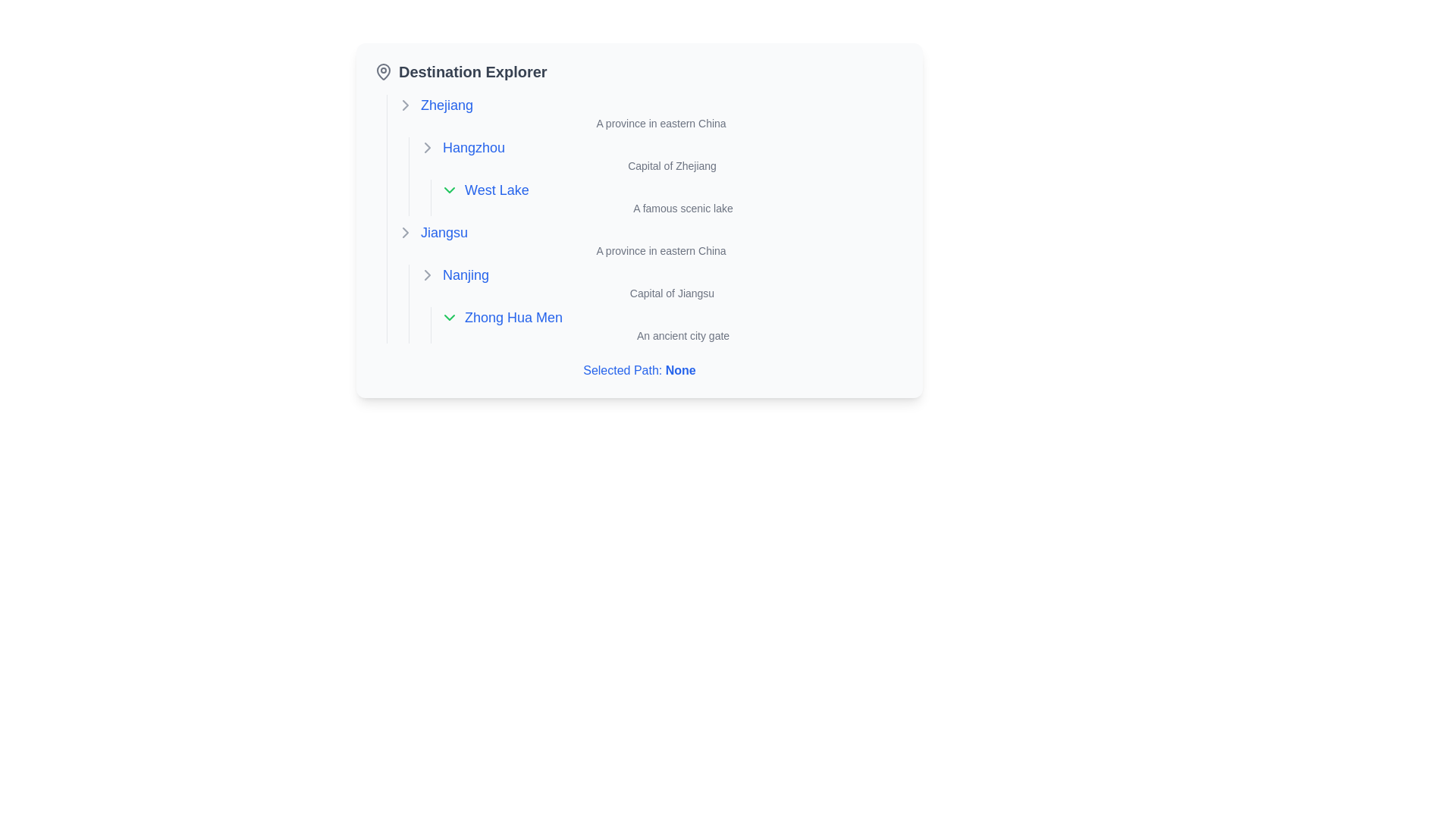 This screenshot has height=819, width=1456. I want to click on the expandable/collapsible icon to the left of 'Zhong Hua Men' in the Nanjing list item to focus on it, so click(449, 317).